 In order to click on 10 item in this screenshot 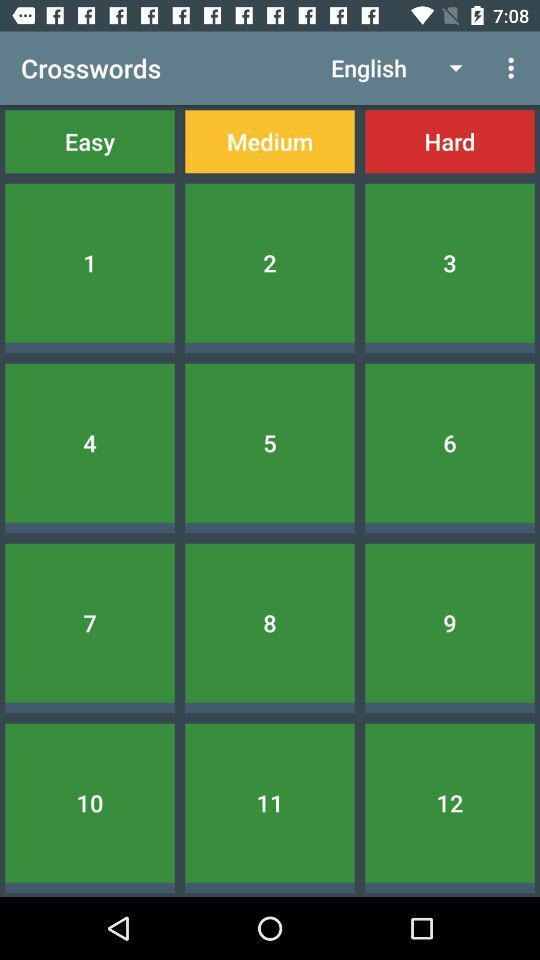, I will do `click(89, 803)`.